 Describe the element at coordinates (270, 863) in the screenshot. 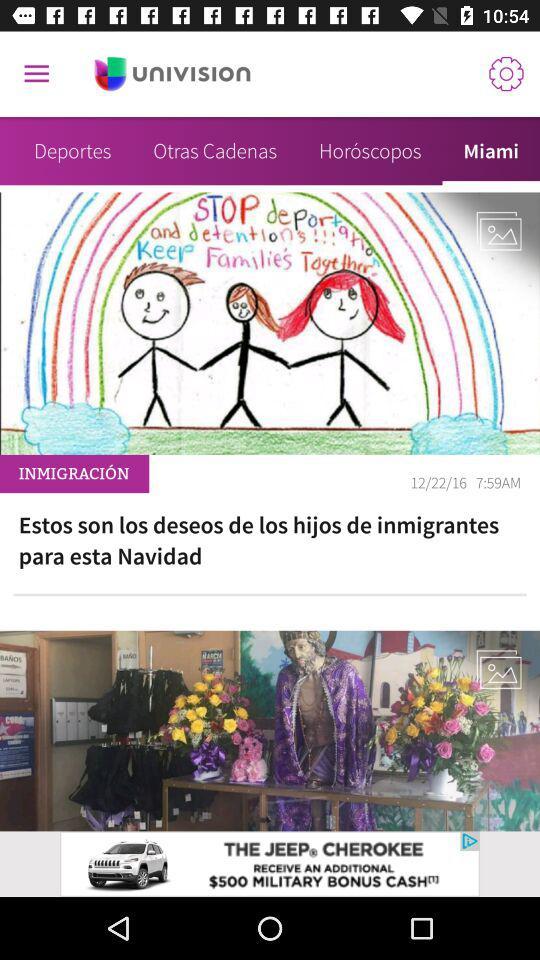

I see `jeep cherokee advertisement` at that location.